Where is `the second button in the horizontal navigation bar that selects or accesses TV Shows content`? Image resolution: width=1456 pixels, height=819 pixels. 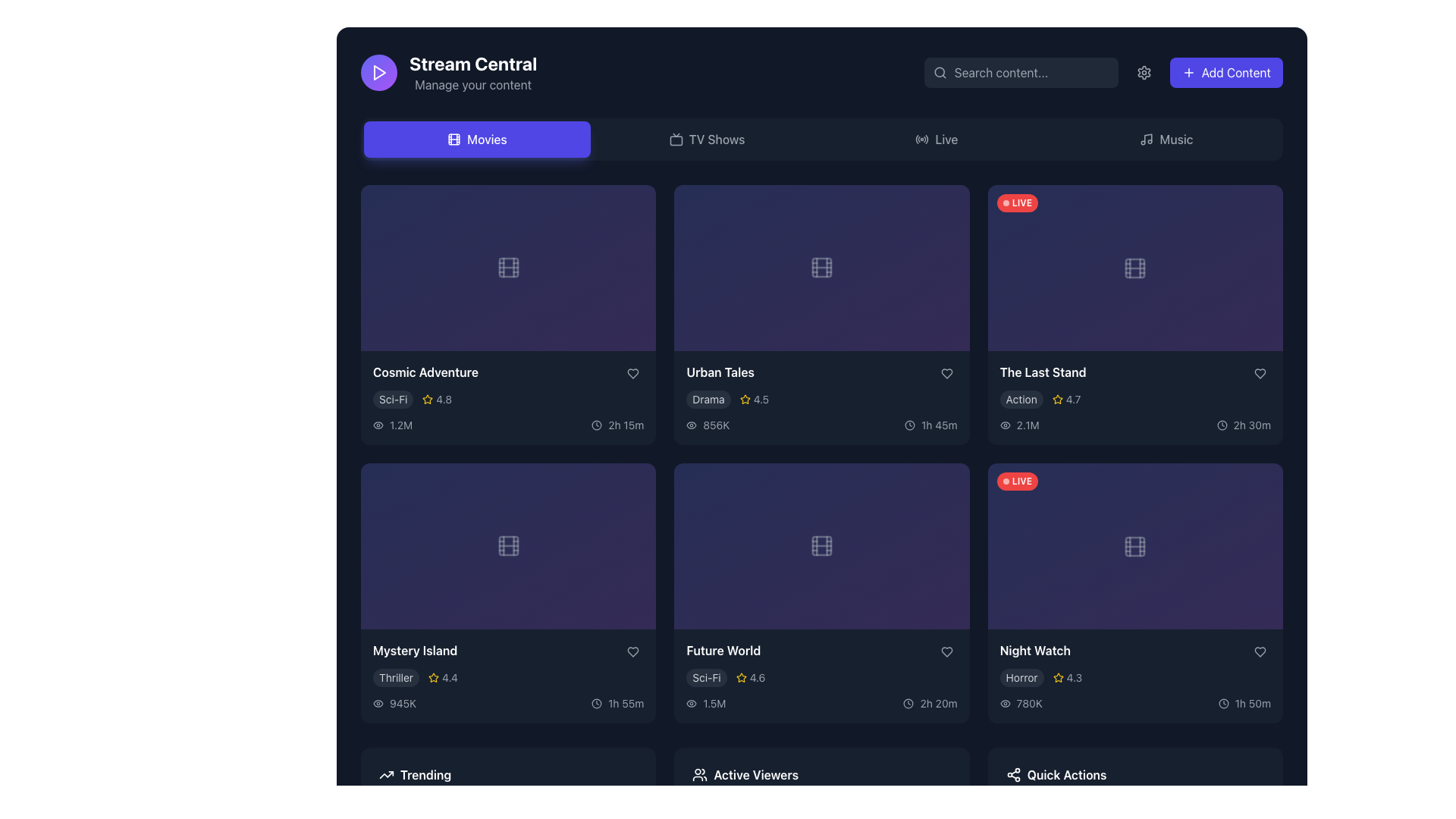
the second button in the horizontal navigation bar that selects or accesses TV Shows content is located at coordinates (706, 140).